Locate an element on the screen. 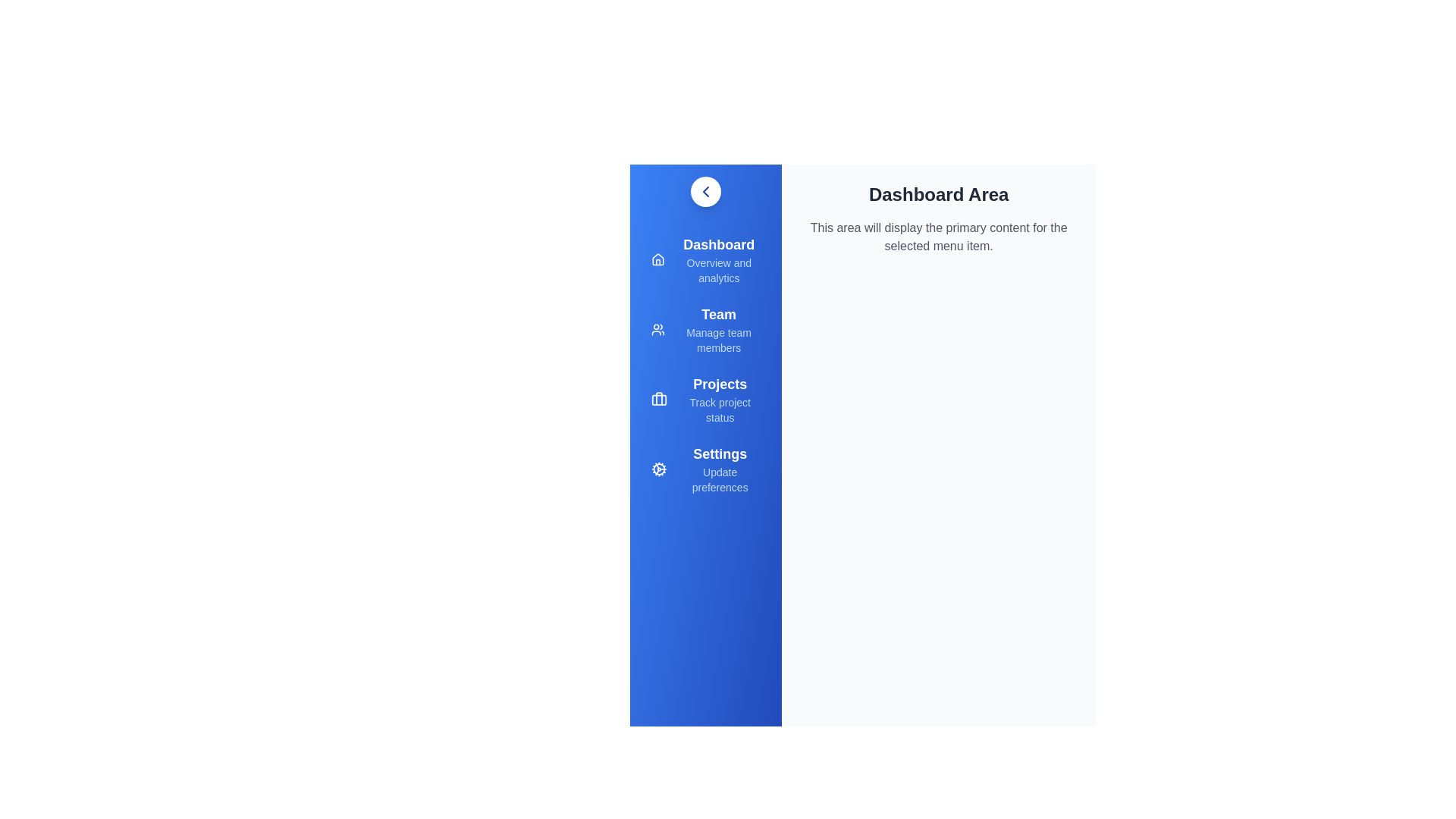 The width and height of the screenshot is (1456, 819). the menu item Settings to see its hover effect is located at coordinates (705, 468).